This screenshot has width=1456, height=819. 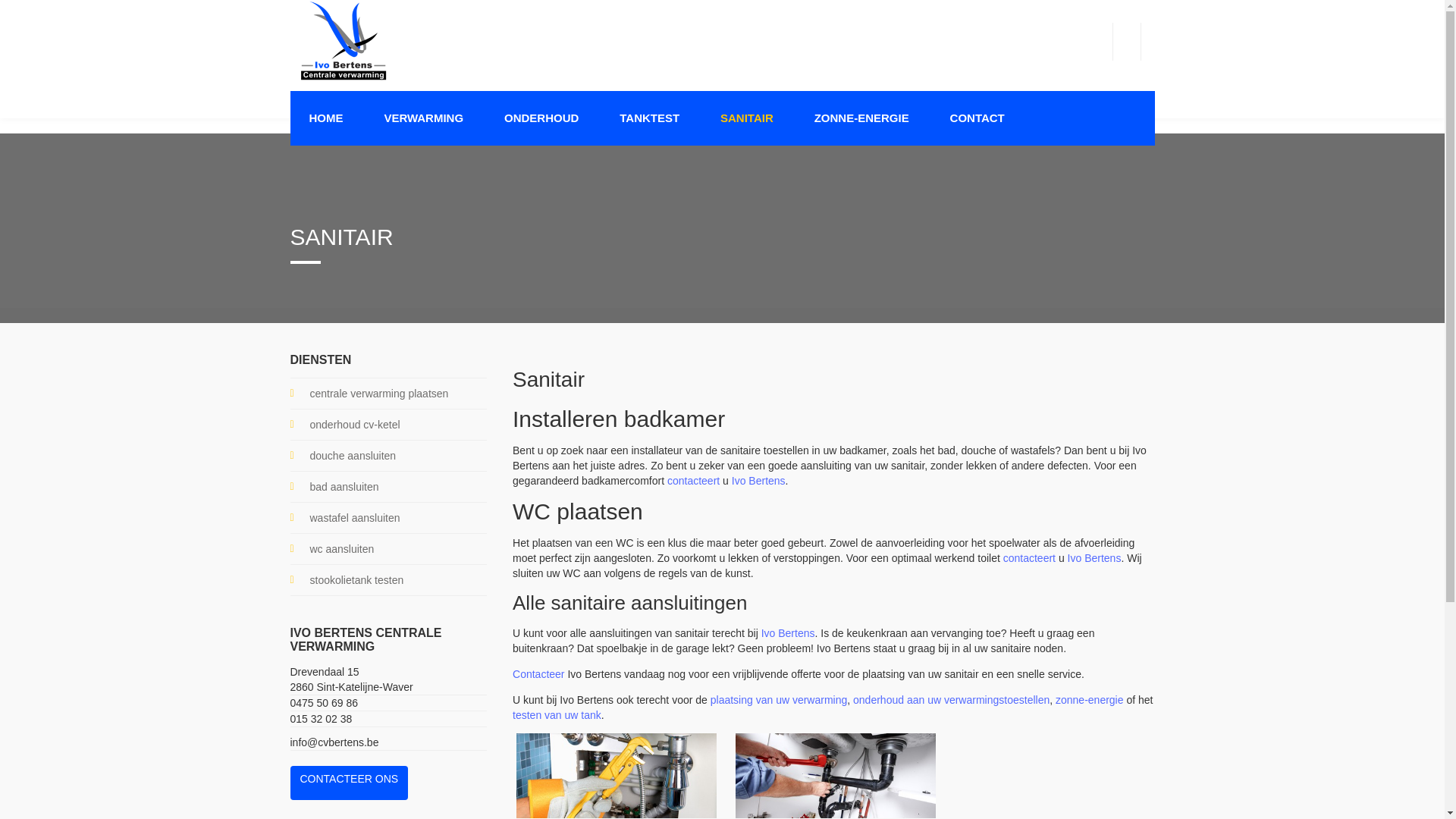 What do you see at coordinates (541, 117) in the screenshot?
I see `'ONDERHOUD'` at bounding box center [541, 117].